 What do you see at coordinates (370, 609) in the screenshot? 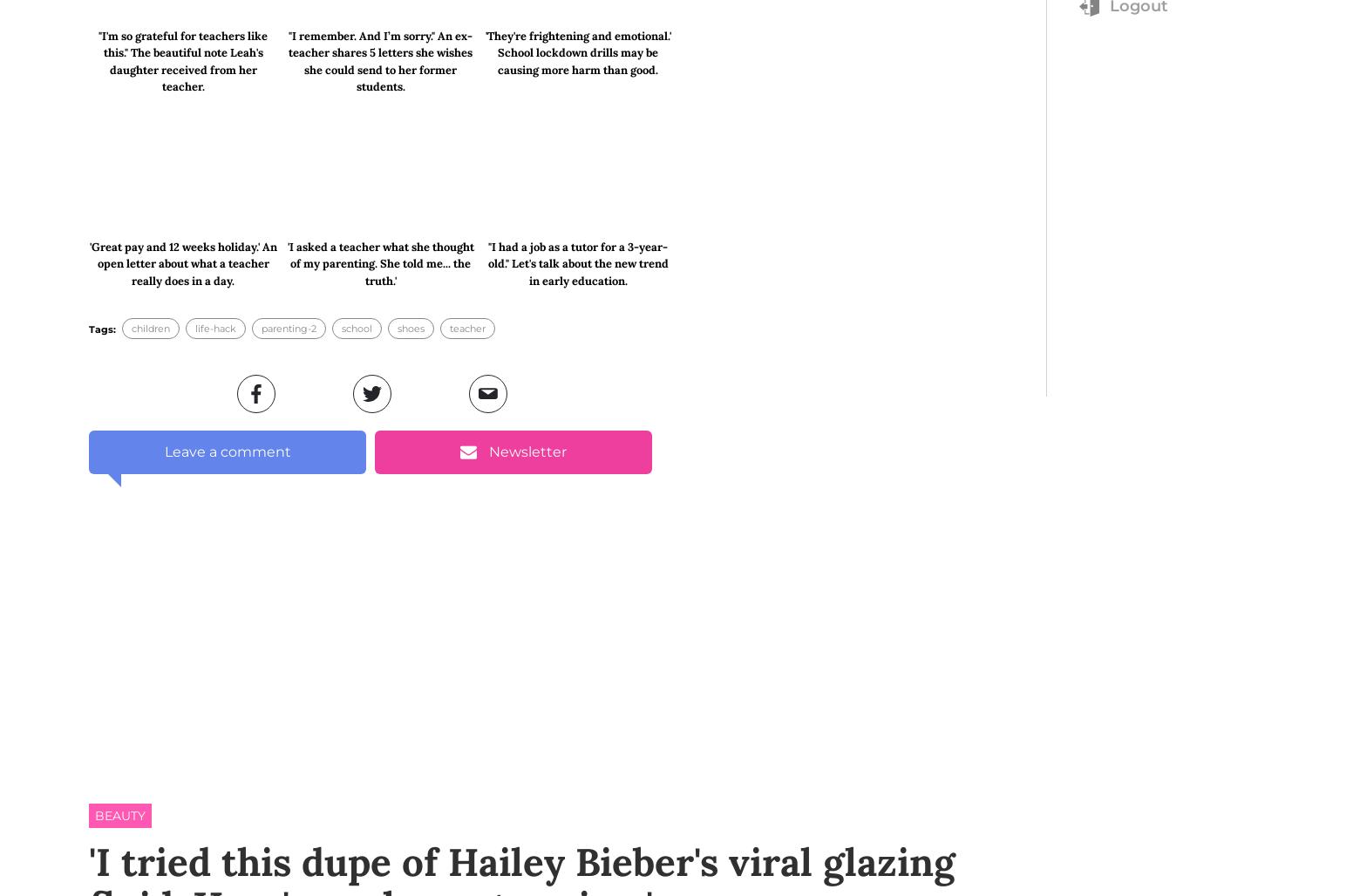
I see `'is an Australian skincare brand (a kickass lady startup, in fact!) of clean, vegan and cruelty-free products, that are focused on using the highest quality ingredients.'` at bounding box center [370, 609].